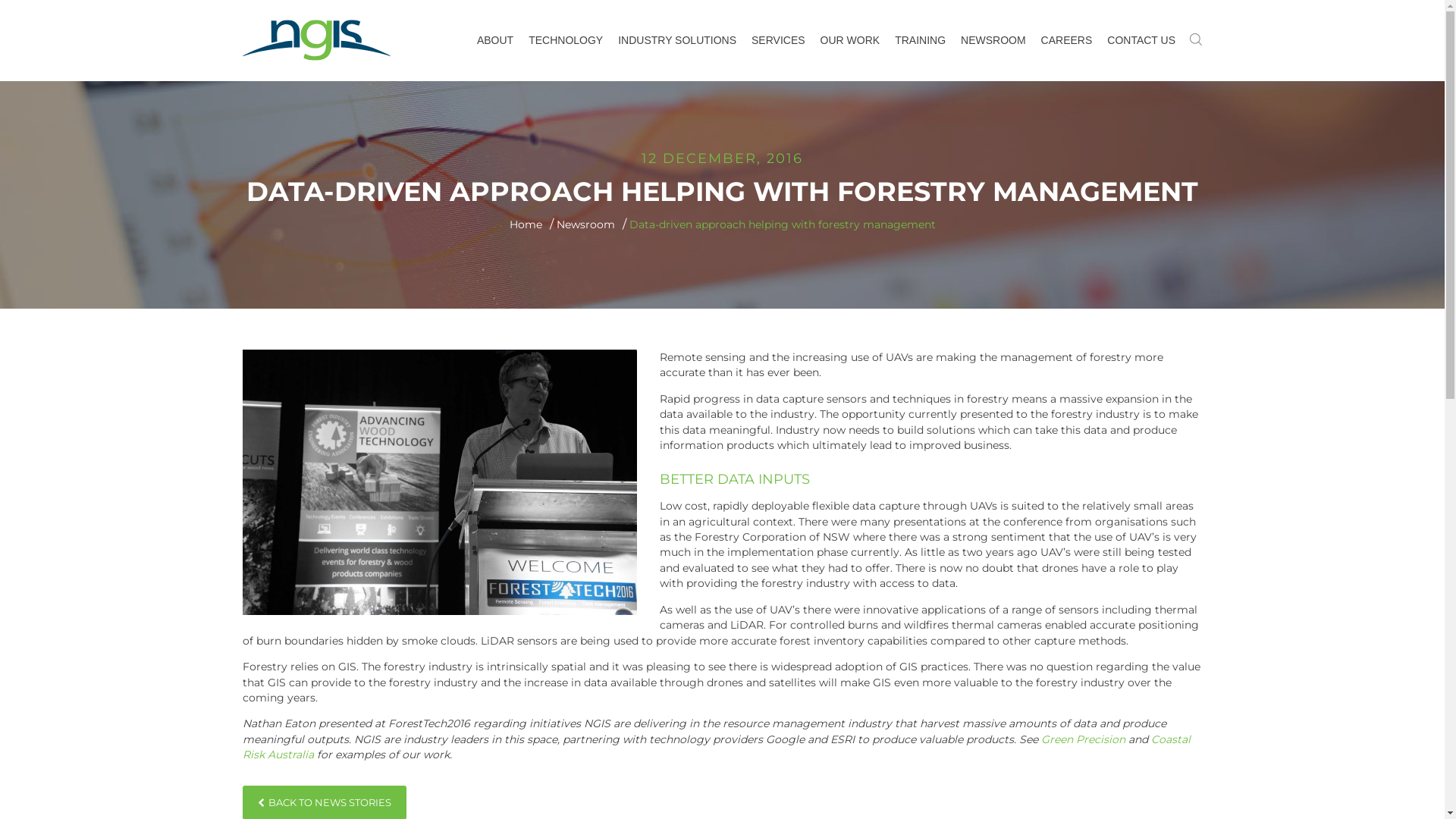 Image resolution: width=1456 pixels, height=819 pixels. What do you see at coordinates (610, 39) in the screenshot?
I see `'INDUSTRY SOLUTIONS'` at bounding box center [610, 39].